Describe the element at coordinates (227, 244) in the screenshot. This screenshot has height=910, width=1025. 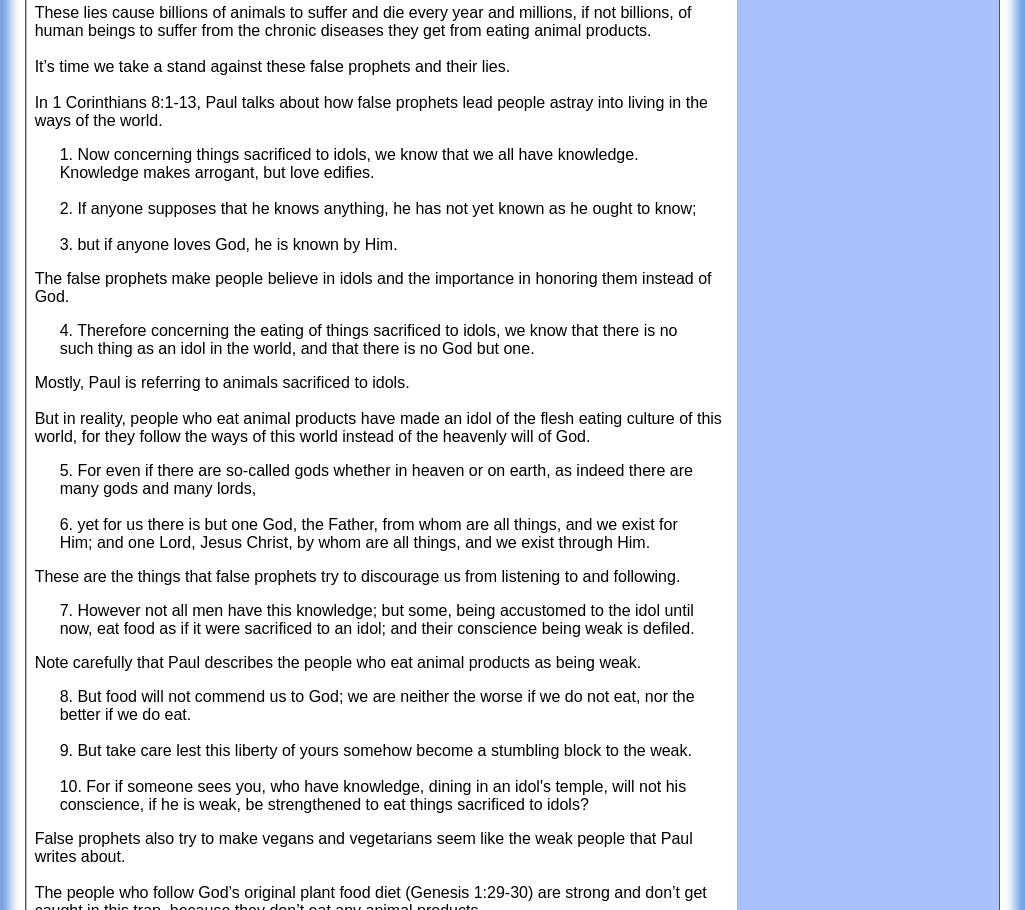
I see `'3. but if anyone loves God, he is known by Him.'` at that location.